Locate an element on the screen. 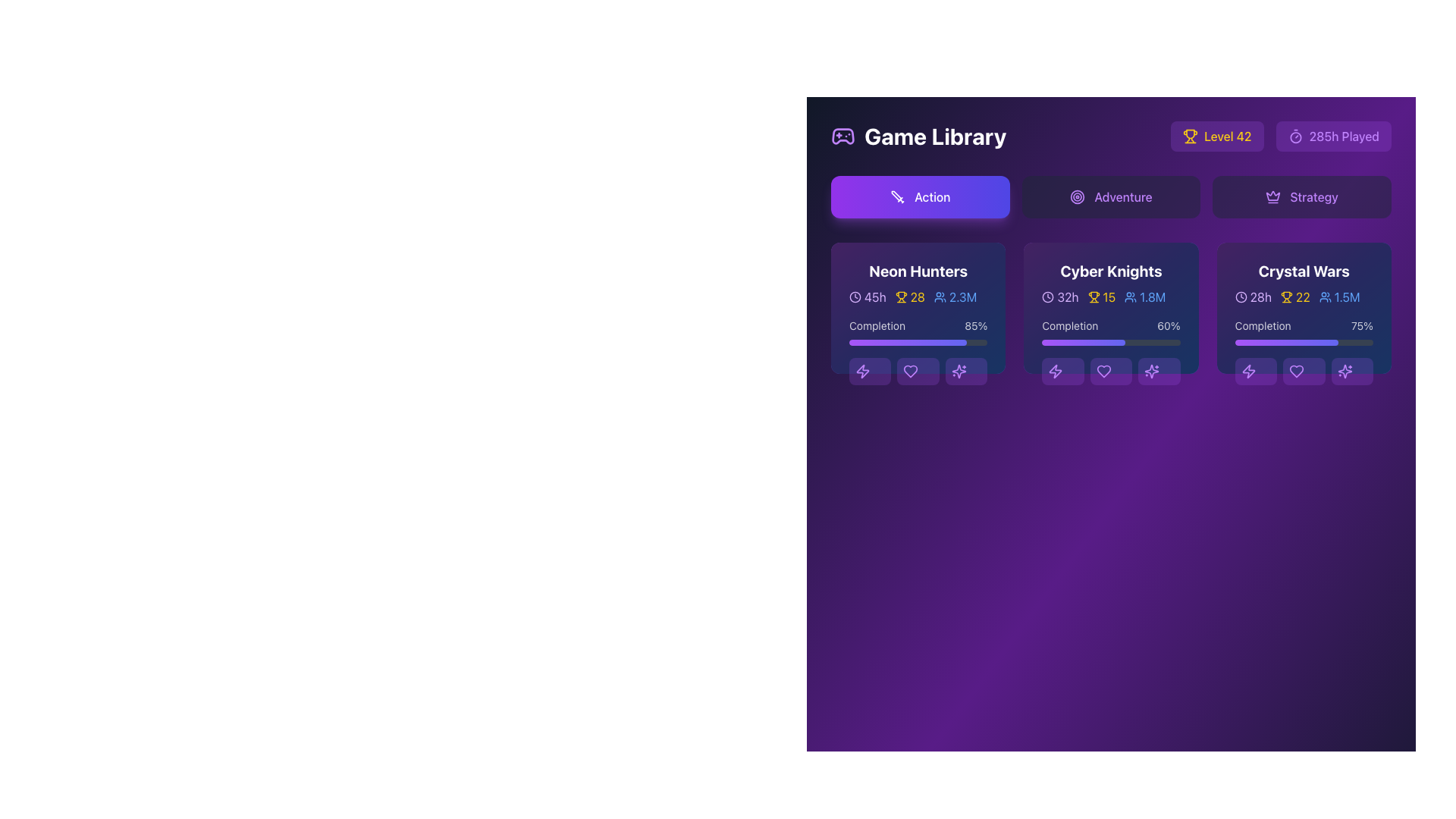 The image size is (1456, 819). the Statistical Summary Displayer that shows aggregated time played, achievements, and player count metrics for the 'Neon Hunters' game, located below the 'Neon Hunters' title and above the 'Completion' progress bar is located at coordinates (918, 297).